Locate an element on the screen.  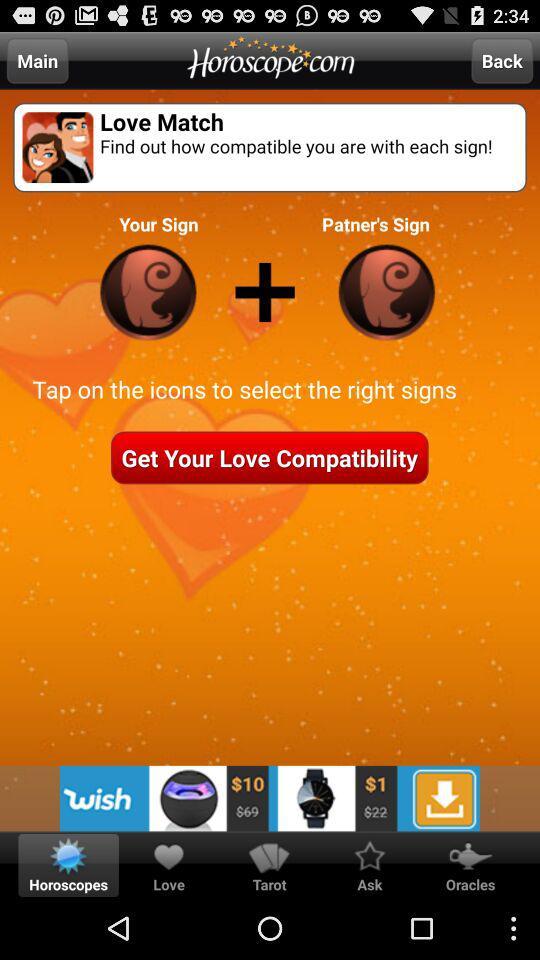
signature is located at coordinates (147, 291).